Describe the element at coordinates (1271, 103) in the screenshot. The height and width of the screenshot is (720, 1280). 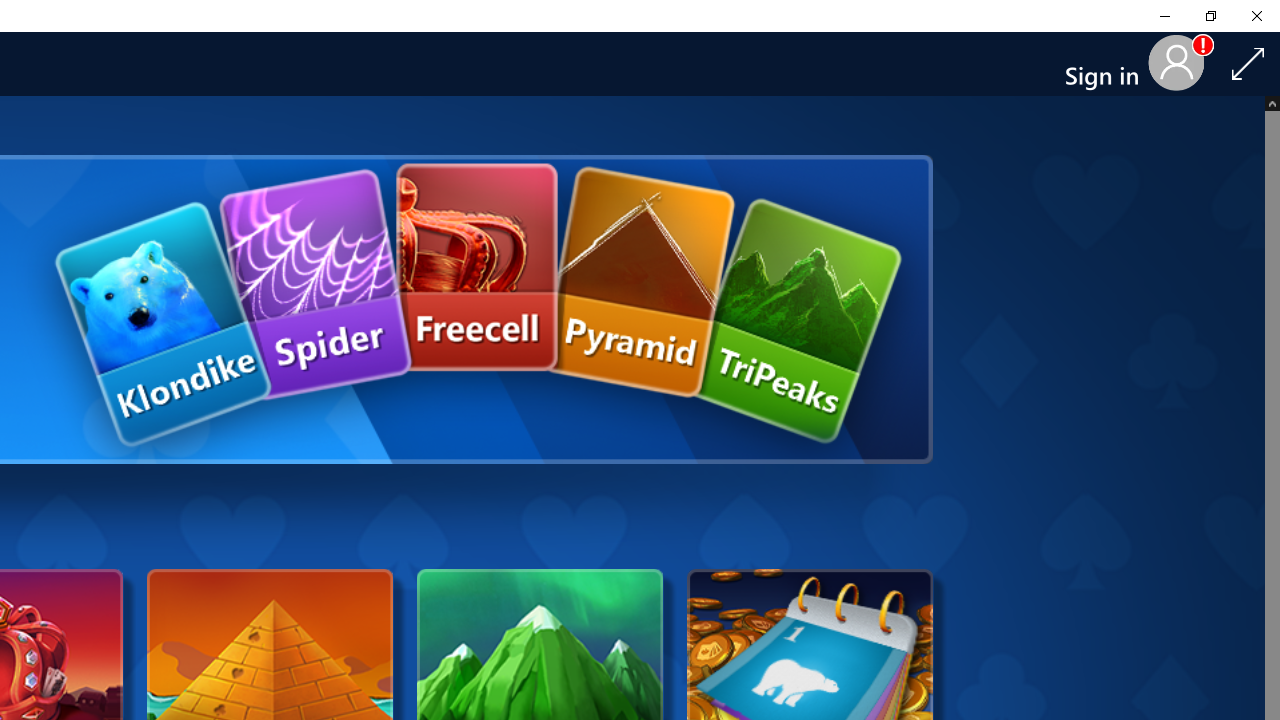
I see `'AutomationID: up_arrow_0'` at that location.